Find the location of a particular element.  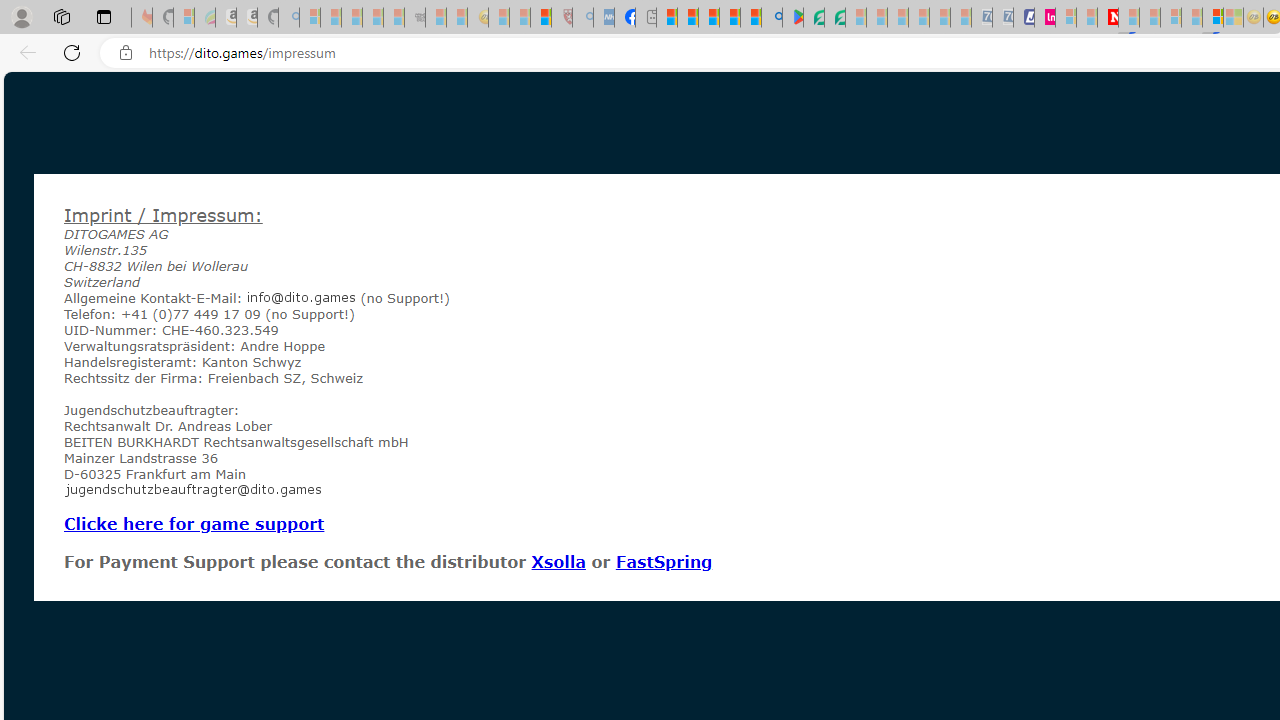

'FastSpring' is located at coordinates (663, 561).